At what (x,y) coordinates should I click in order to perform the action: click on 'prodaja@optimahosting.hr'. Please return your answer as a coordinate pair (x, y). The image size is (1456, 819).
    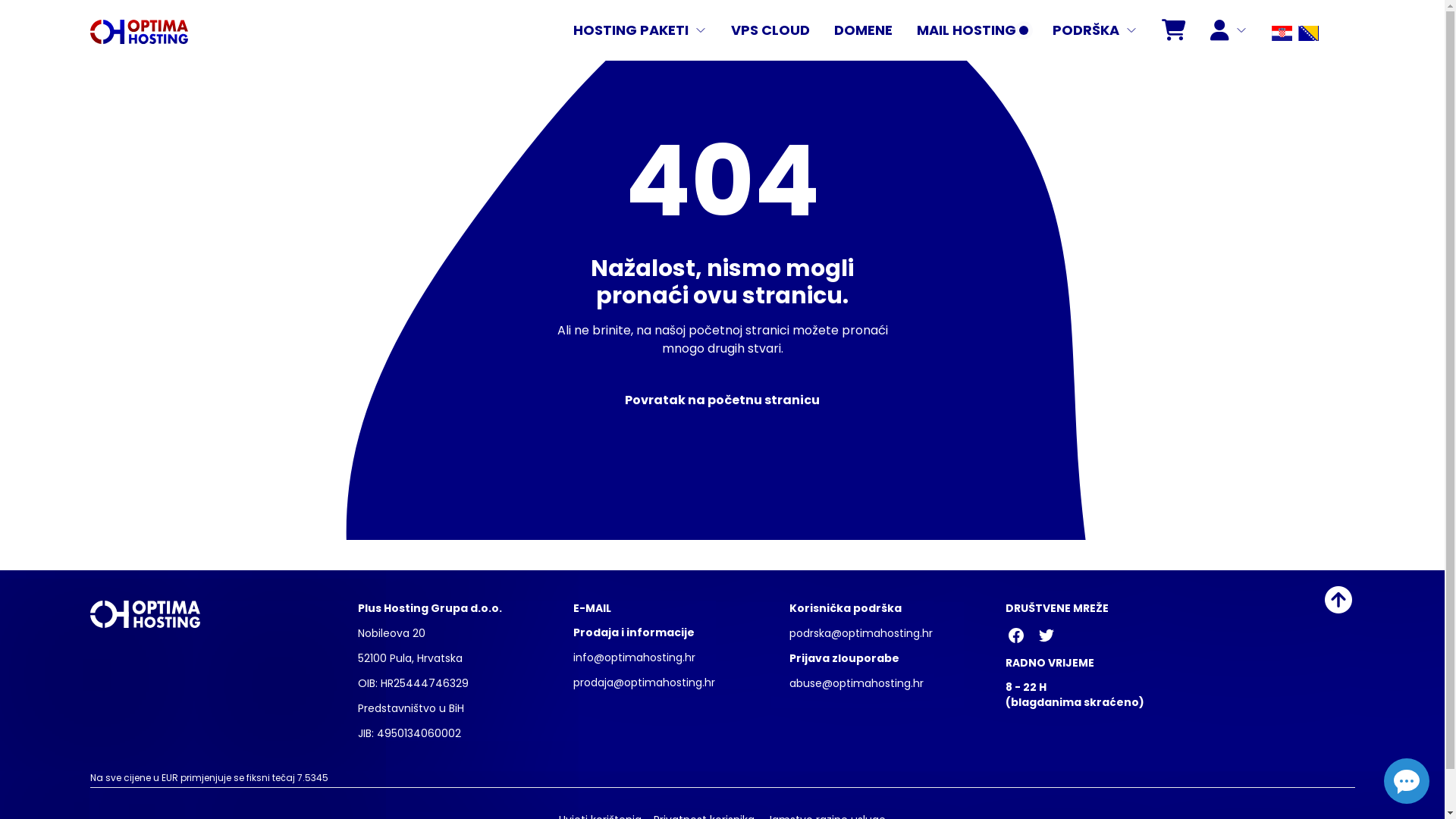
    Looking at the image, I should click on (572, 681).